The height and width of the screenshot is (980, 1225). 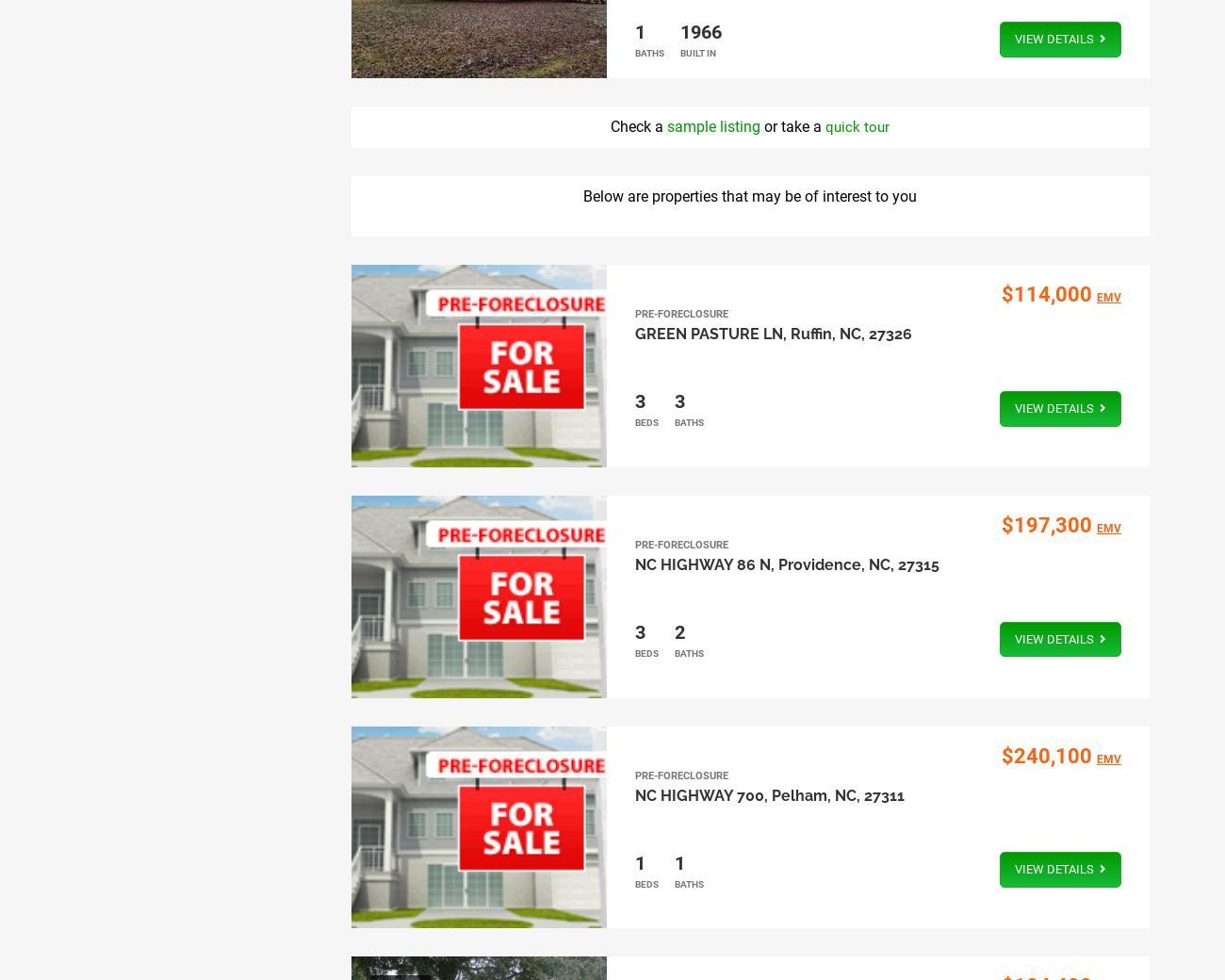 What do you see at coordinates (792, 126) in the screenshot?
I see `'or take a'` at bounding box center [792, 126].